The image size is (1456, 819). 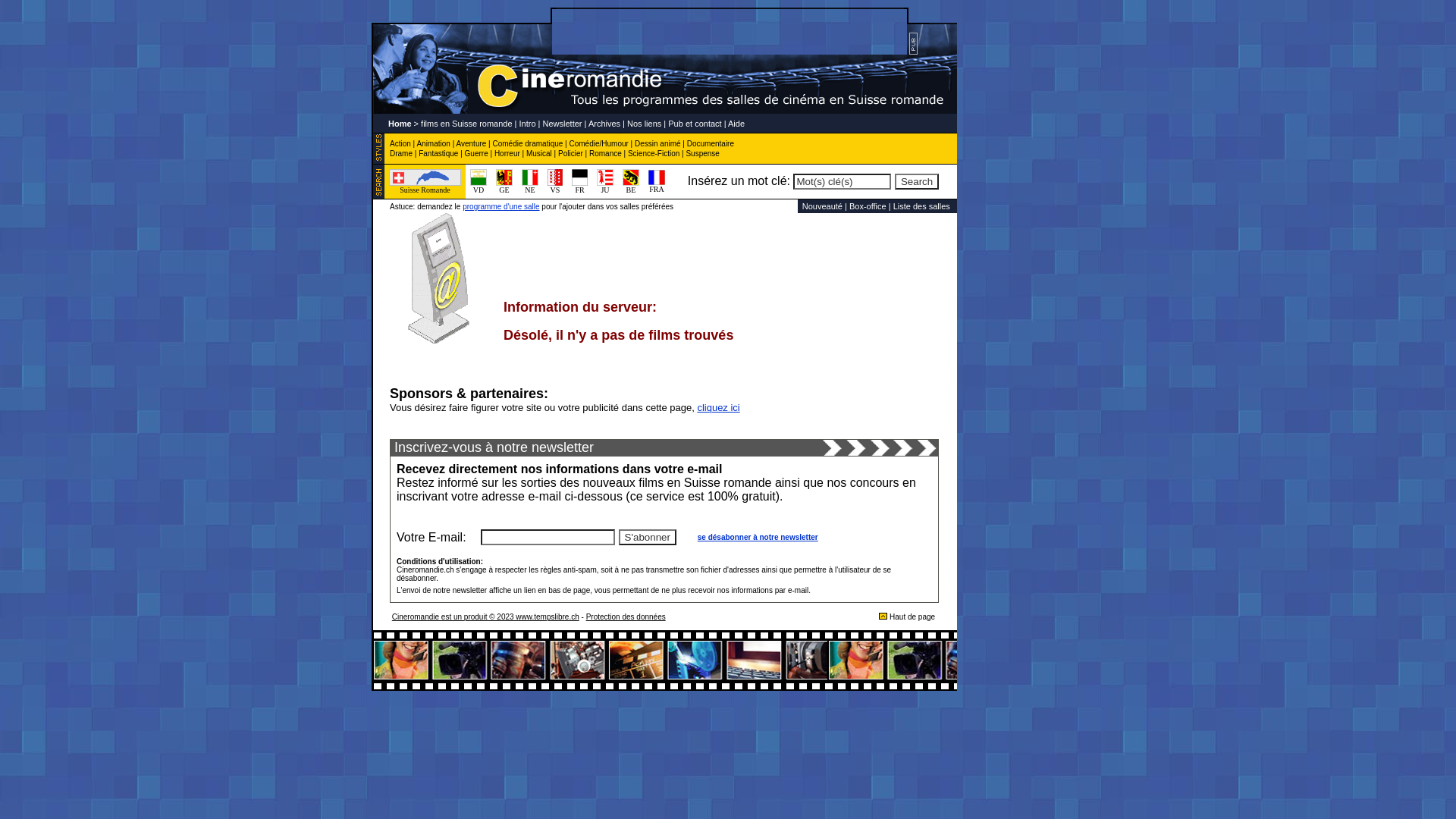 What do you see at coordinates (400, 153) in the screenshot?
I see `'Drame'` at bounding box center [400, 153].